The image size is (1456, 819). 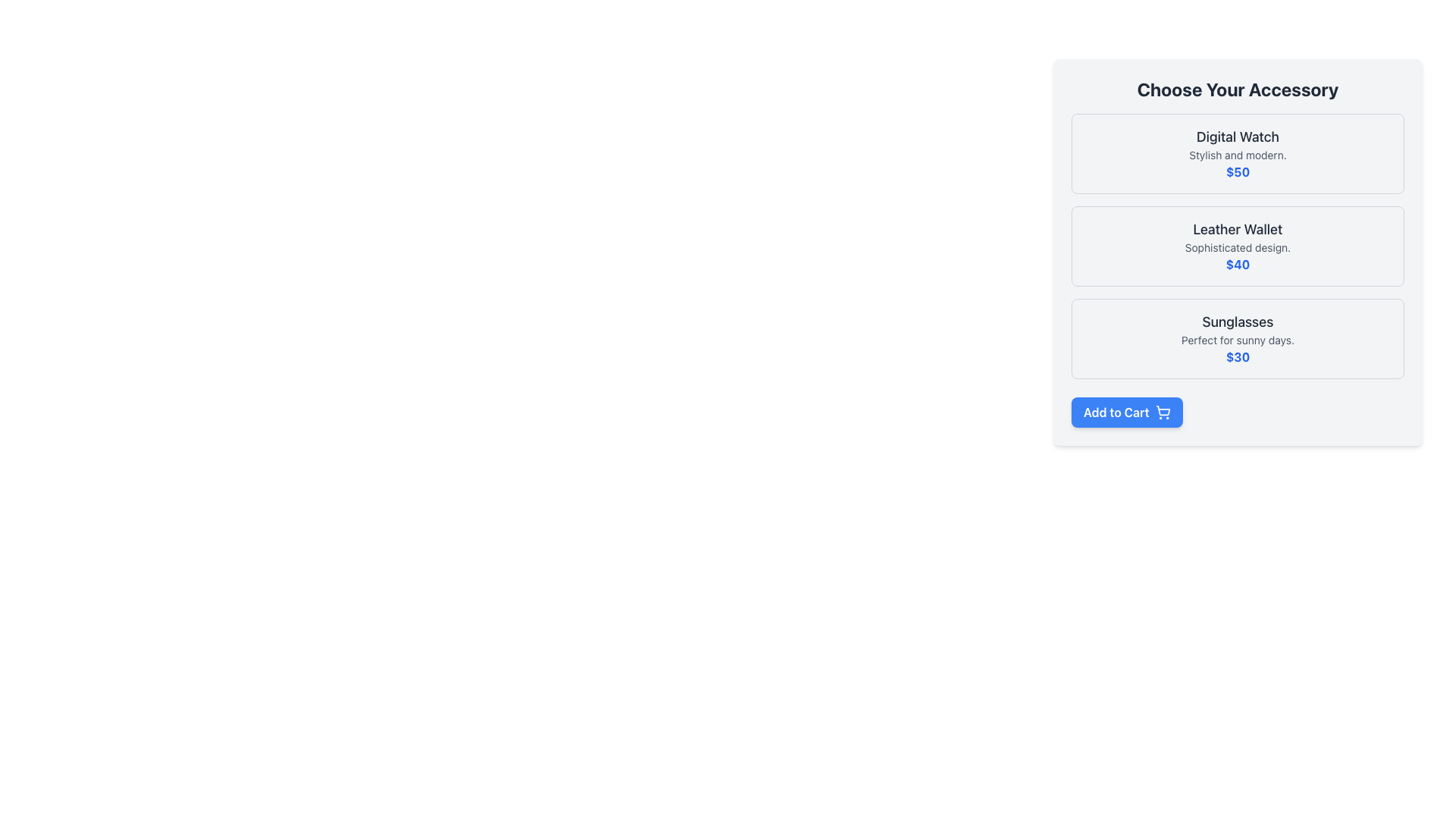 I want to click on the 'Sunglasses' product details button, which displays the product name, description, and price in a rounded rectangle with a light-gray background, so click(x=1238, y=338).